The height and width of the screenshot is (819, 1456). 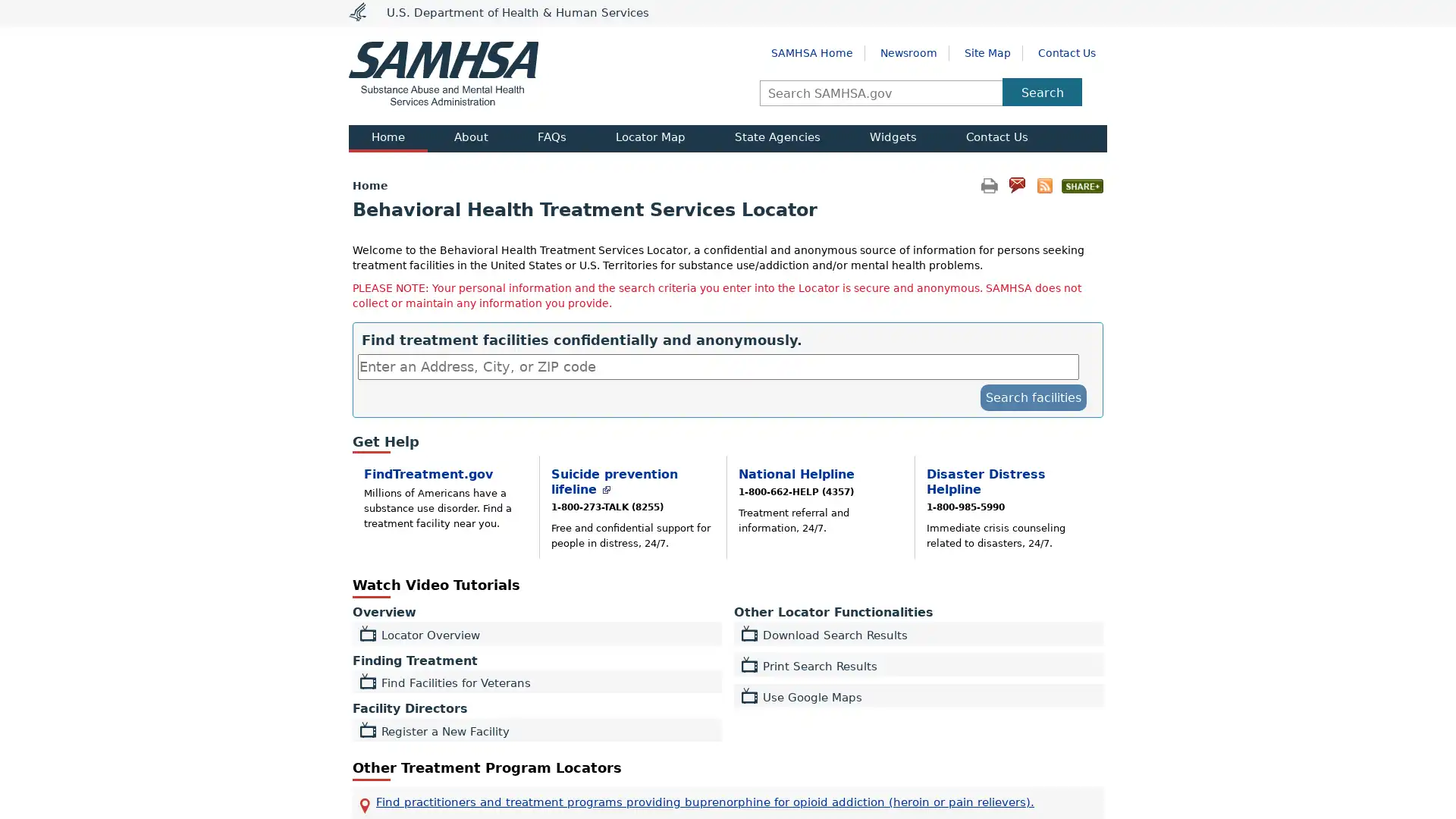 I want to click on submit, so click(x=1032, y=396).